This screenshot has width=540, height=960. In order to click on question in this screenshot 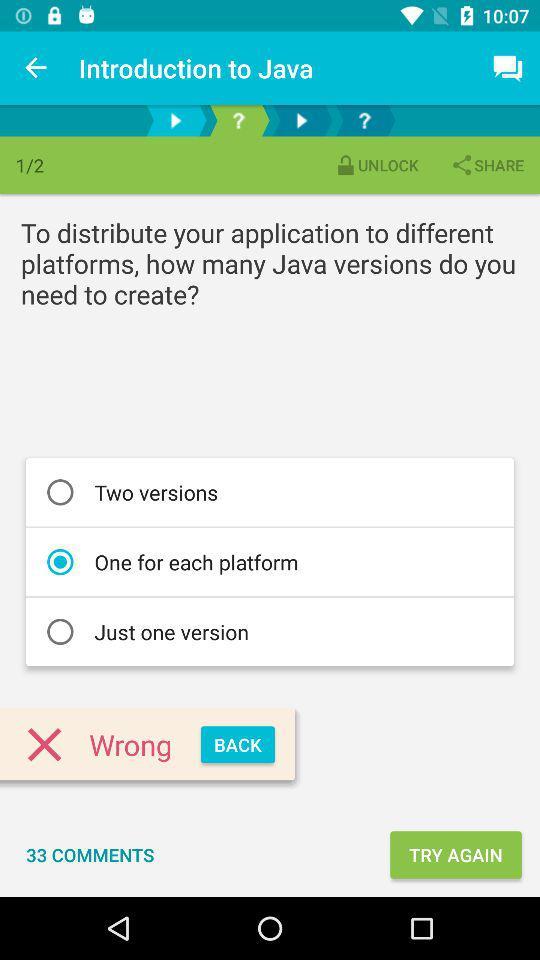, I will do `click(238, 120)`.